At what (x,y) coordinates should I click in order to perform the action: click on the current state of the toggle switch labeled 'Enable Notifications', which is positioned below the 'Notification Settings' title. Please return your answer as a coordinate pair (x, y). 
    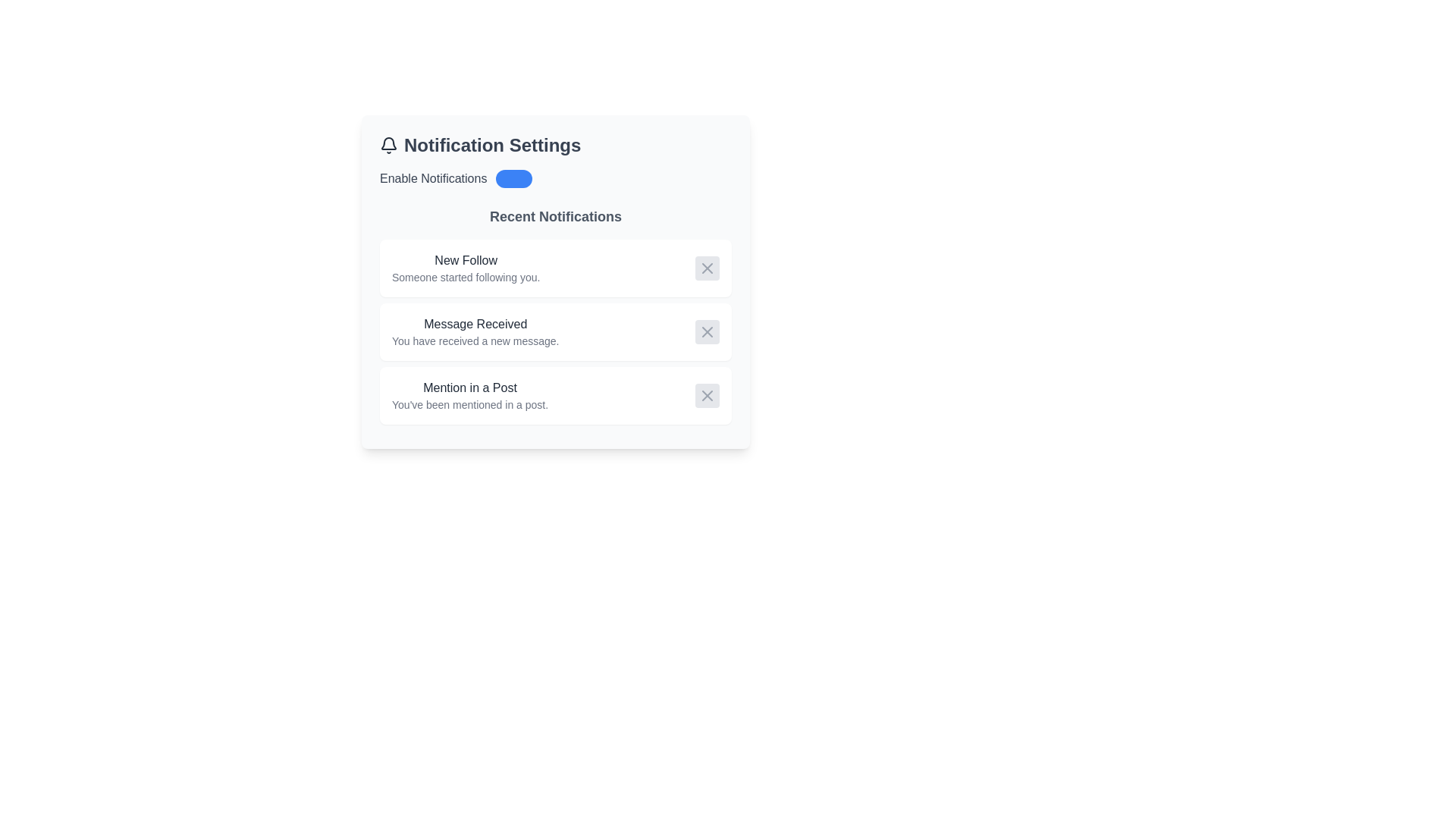
    Looking at the image, I should click on (555, 177).